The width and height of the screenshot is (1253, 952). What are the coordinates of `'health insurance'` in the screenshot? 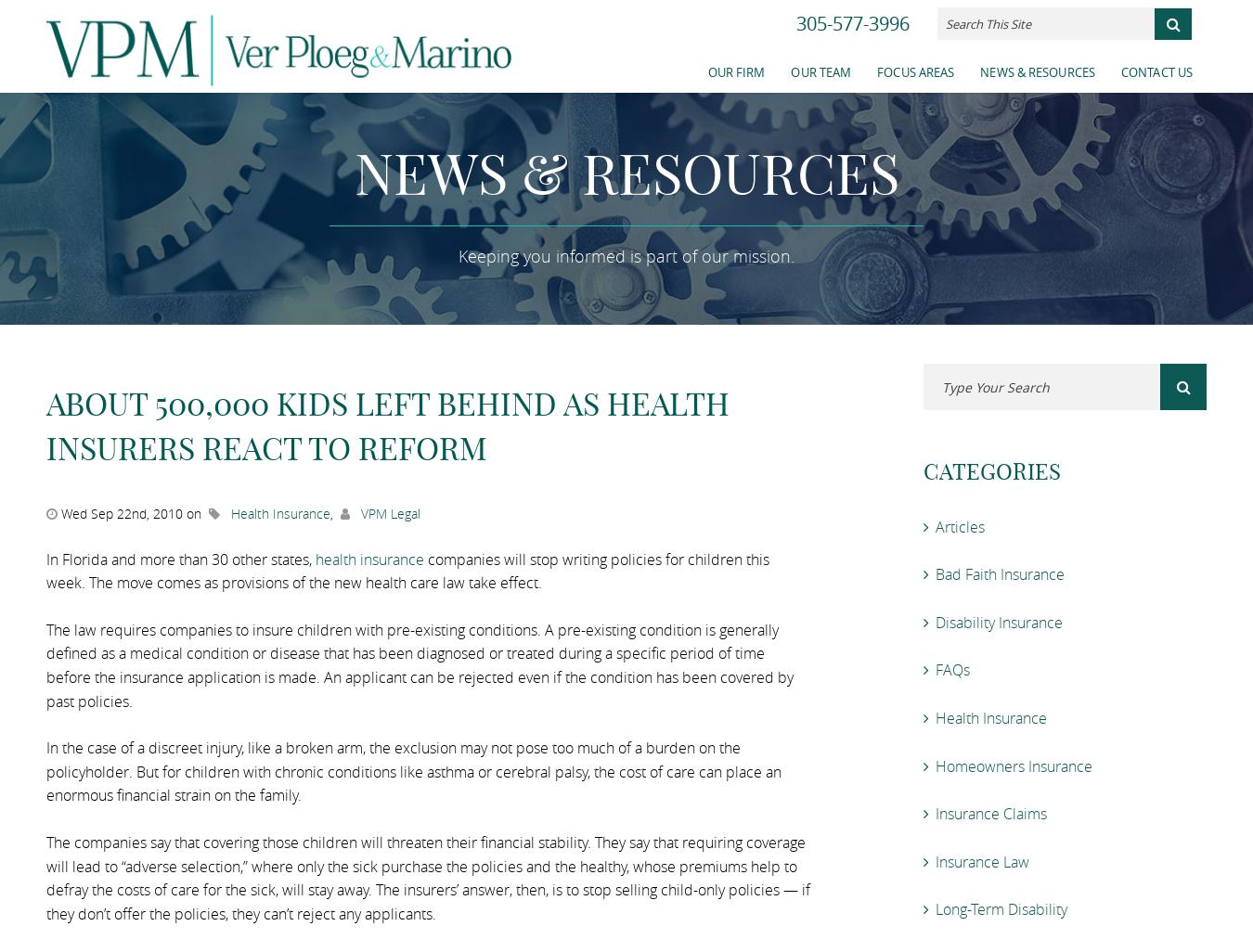 It's located at (369, 557).